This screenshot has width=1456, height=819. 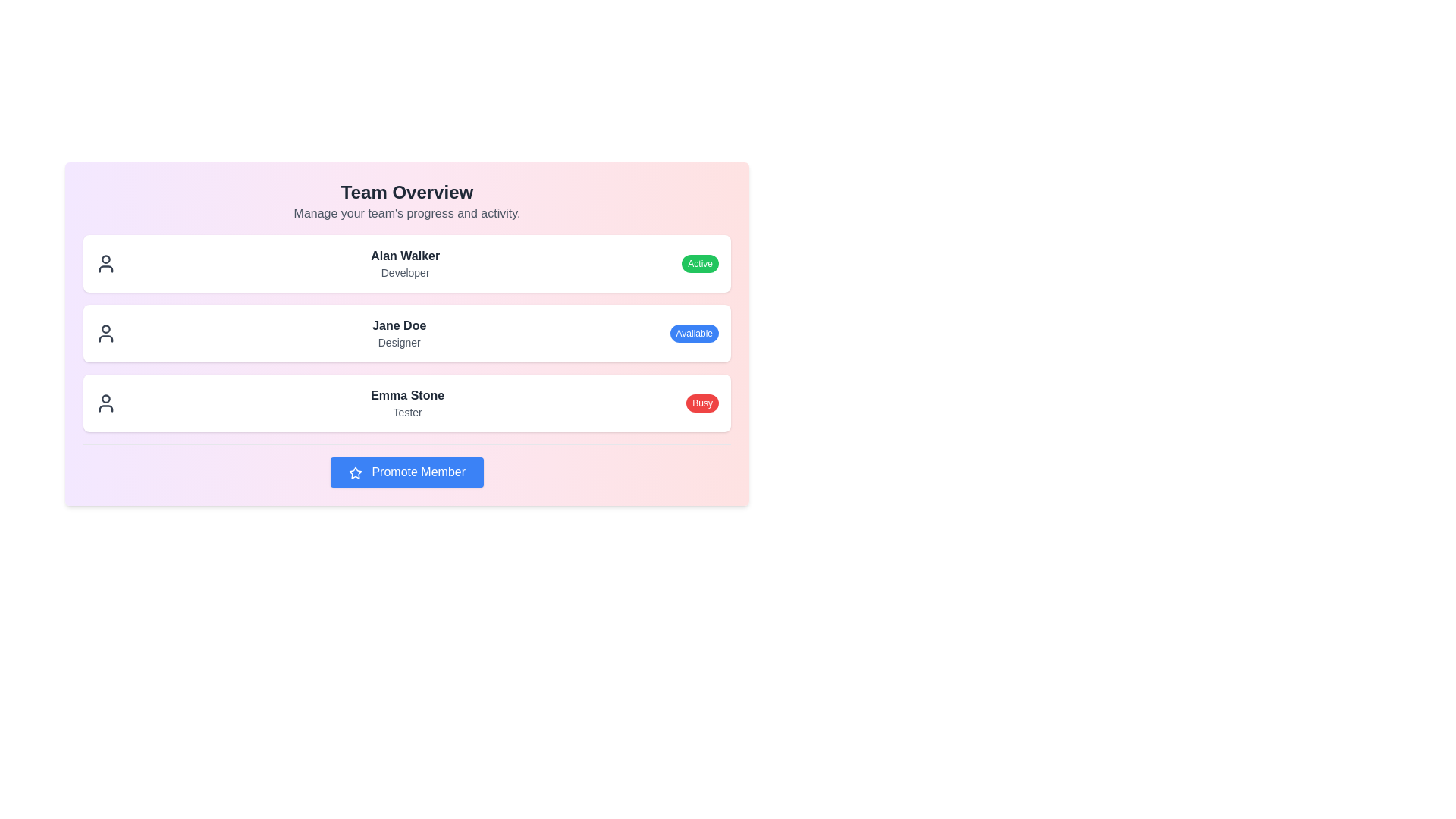 I want to click on the first List Item that presents the profile information of a team member, located below the 'Team Overview' heading, so click(x=407, y=262).